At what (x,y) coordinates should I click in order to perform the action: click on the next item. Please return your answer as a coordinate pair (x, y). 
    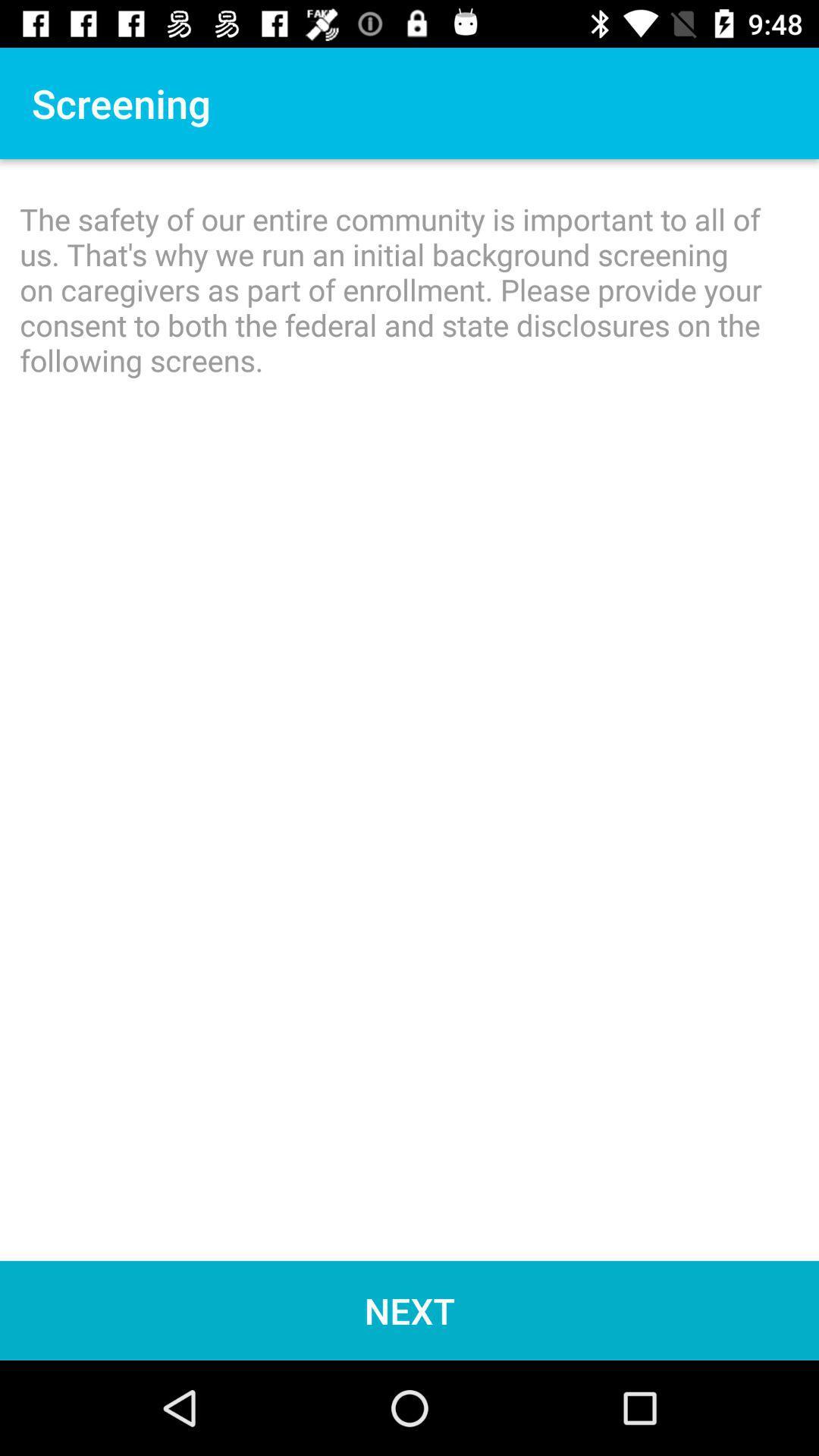
    Looking at the image, I should click on (409, 1310).